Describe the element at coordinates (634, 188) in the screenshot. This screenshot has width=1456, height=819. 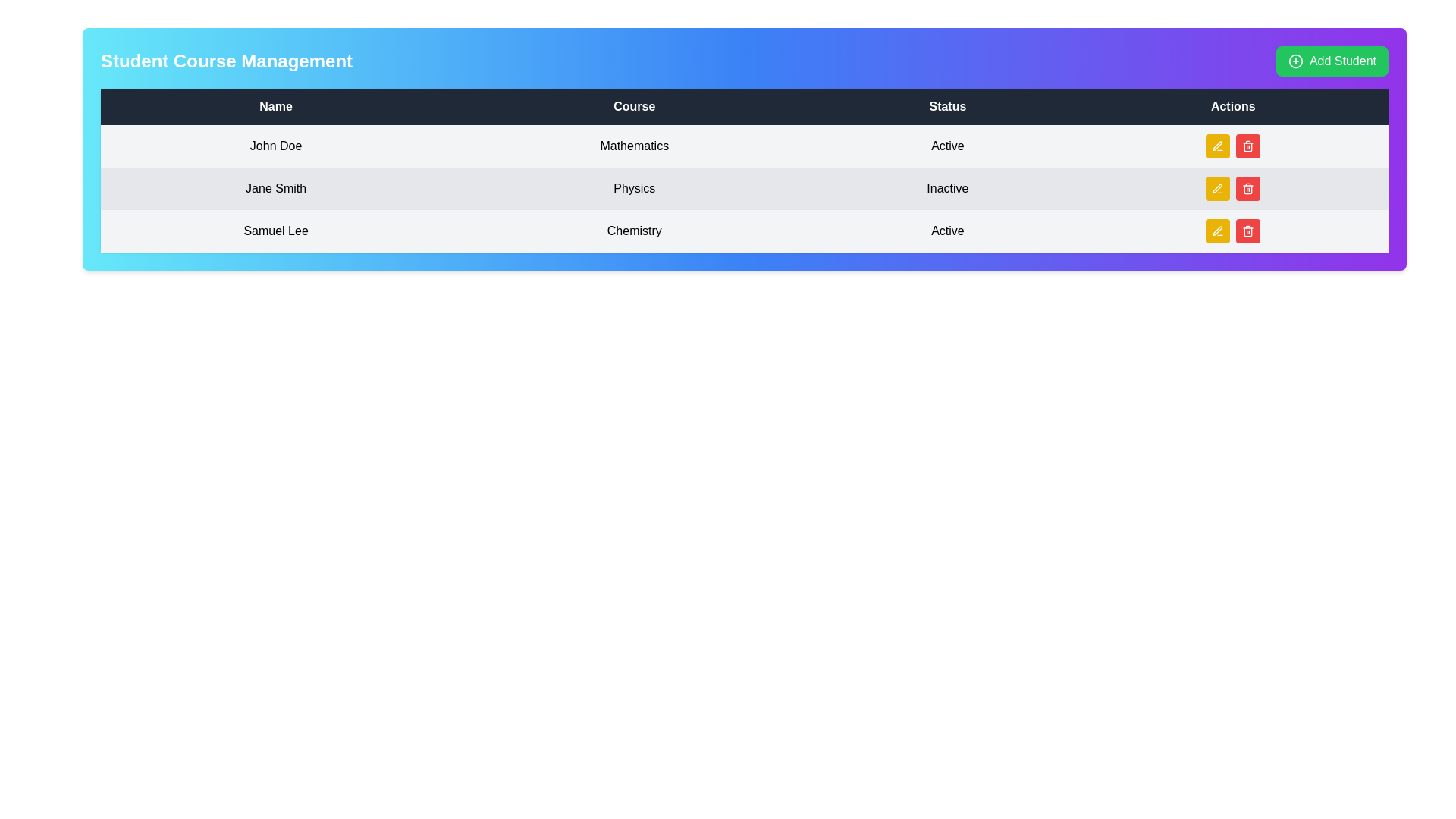
I see `the Text Display element showing the word 'Physics', located in the second row of the table under the 'Course' column, between 'Jane Smith' and 'Inactive'` at that location.